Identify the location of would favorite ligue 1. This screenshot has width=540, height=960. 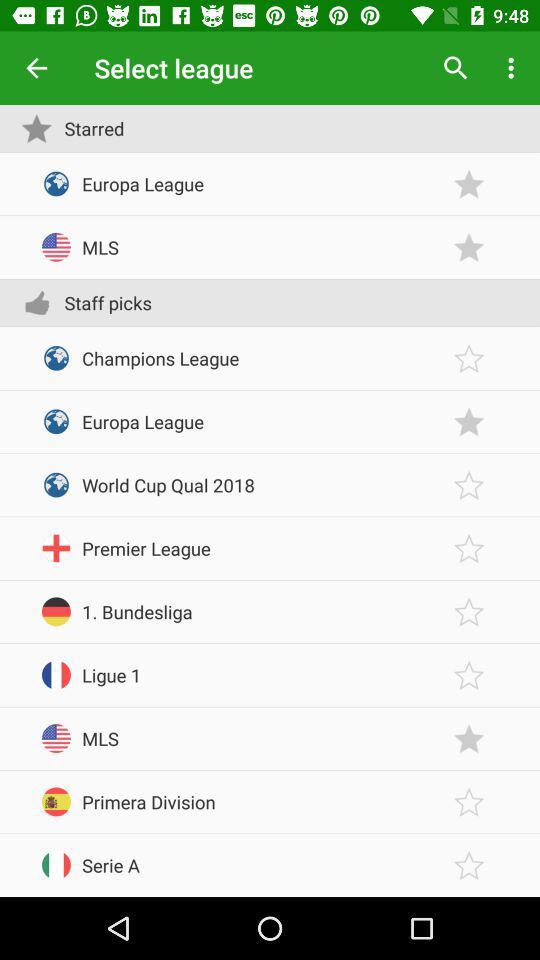
(469, 675).